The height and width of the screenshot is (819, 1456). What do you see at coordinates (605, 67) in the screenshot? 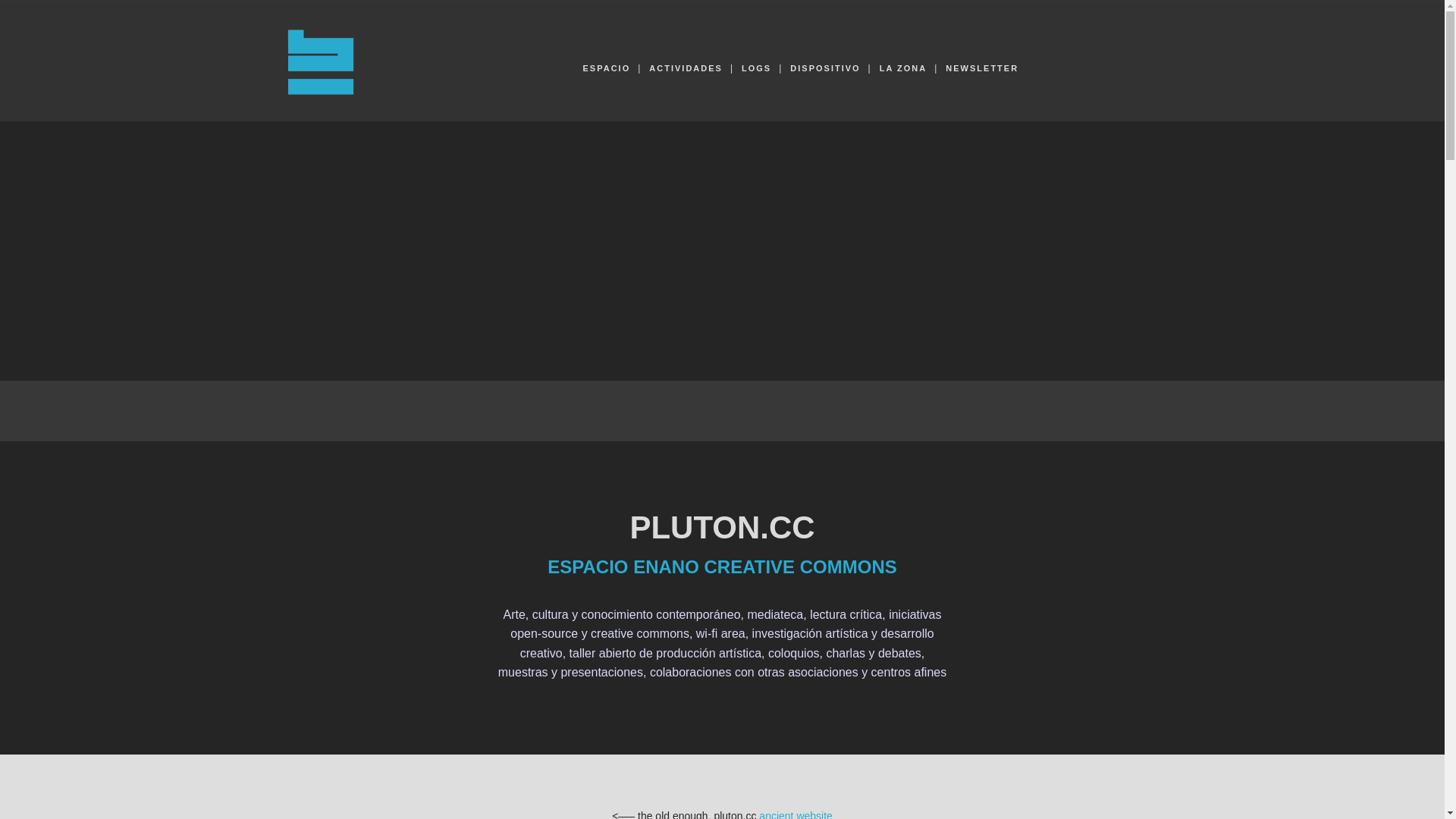
I see `'ESPACIO'` at bounding box center [605, 67].